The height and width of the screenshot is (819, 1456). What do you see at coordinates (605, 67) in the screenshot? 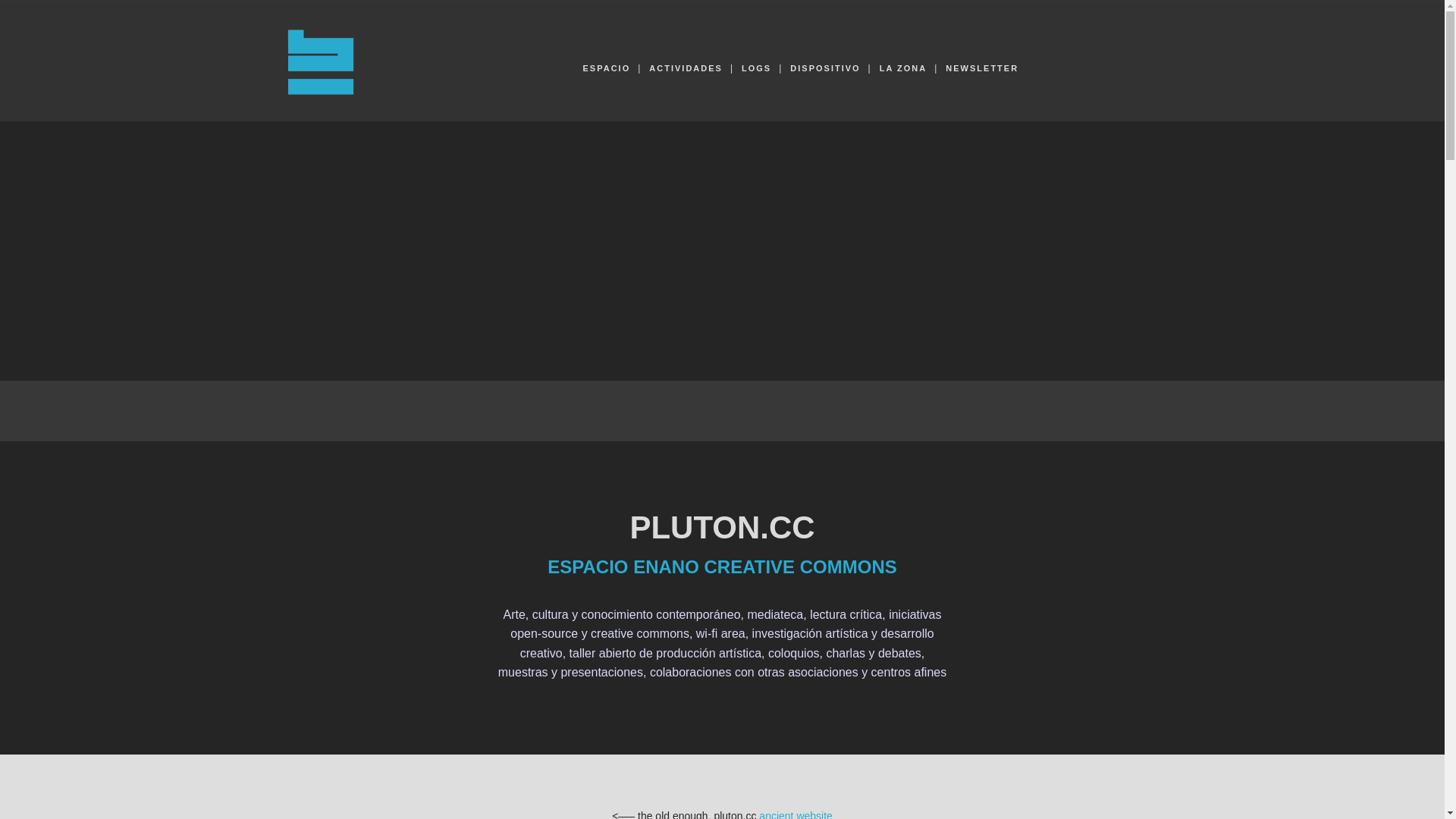
I see `'ESPACIO'` at bounding box center [605, 67].